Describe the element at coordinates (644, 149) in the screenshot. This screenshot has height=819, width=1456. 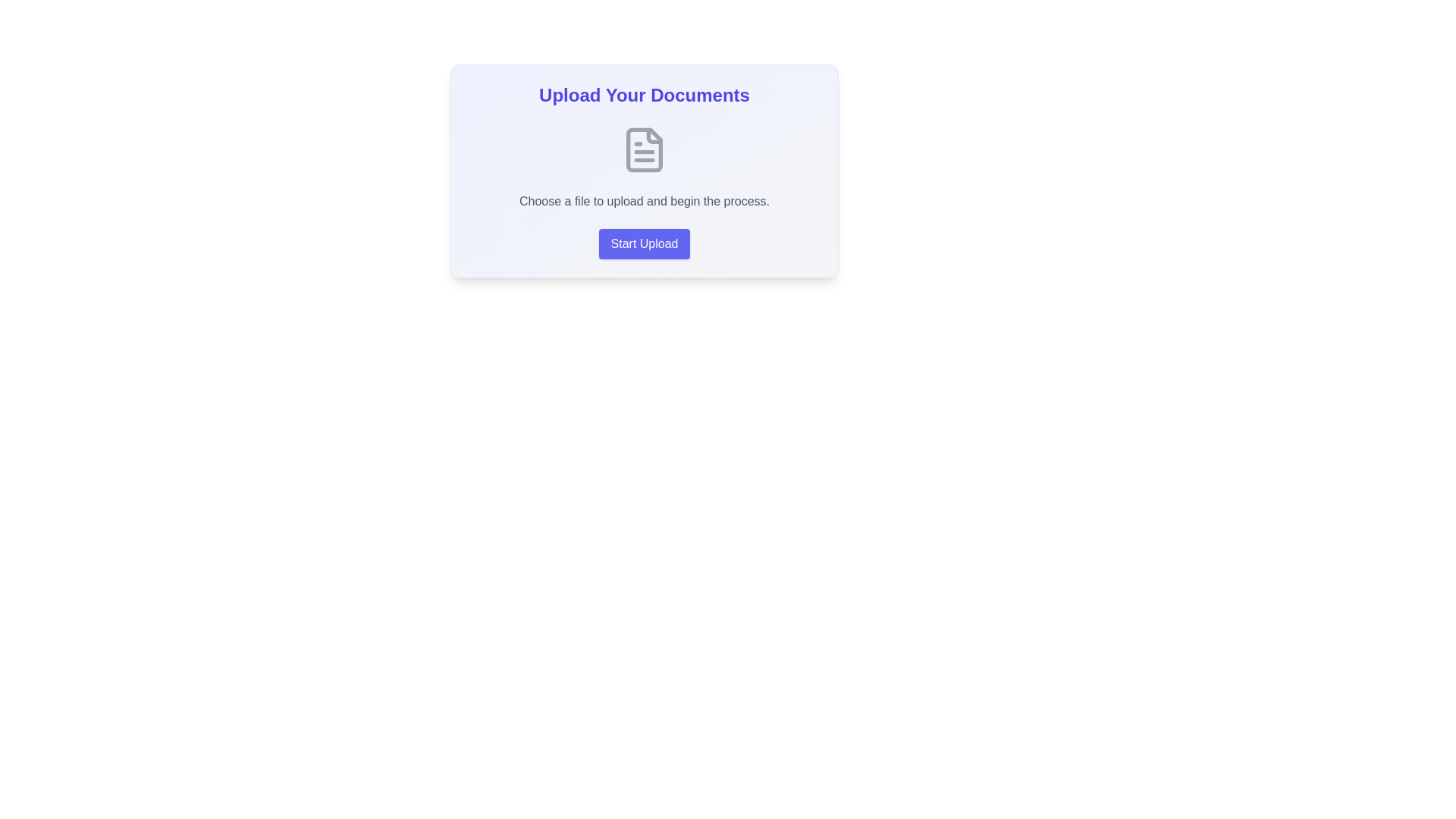
I see `the file upload icon that represents the document upload process, centrally located in the 'Upload Your Documents' card above the text 'Choose a file to upload and begin the process'` at that location.